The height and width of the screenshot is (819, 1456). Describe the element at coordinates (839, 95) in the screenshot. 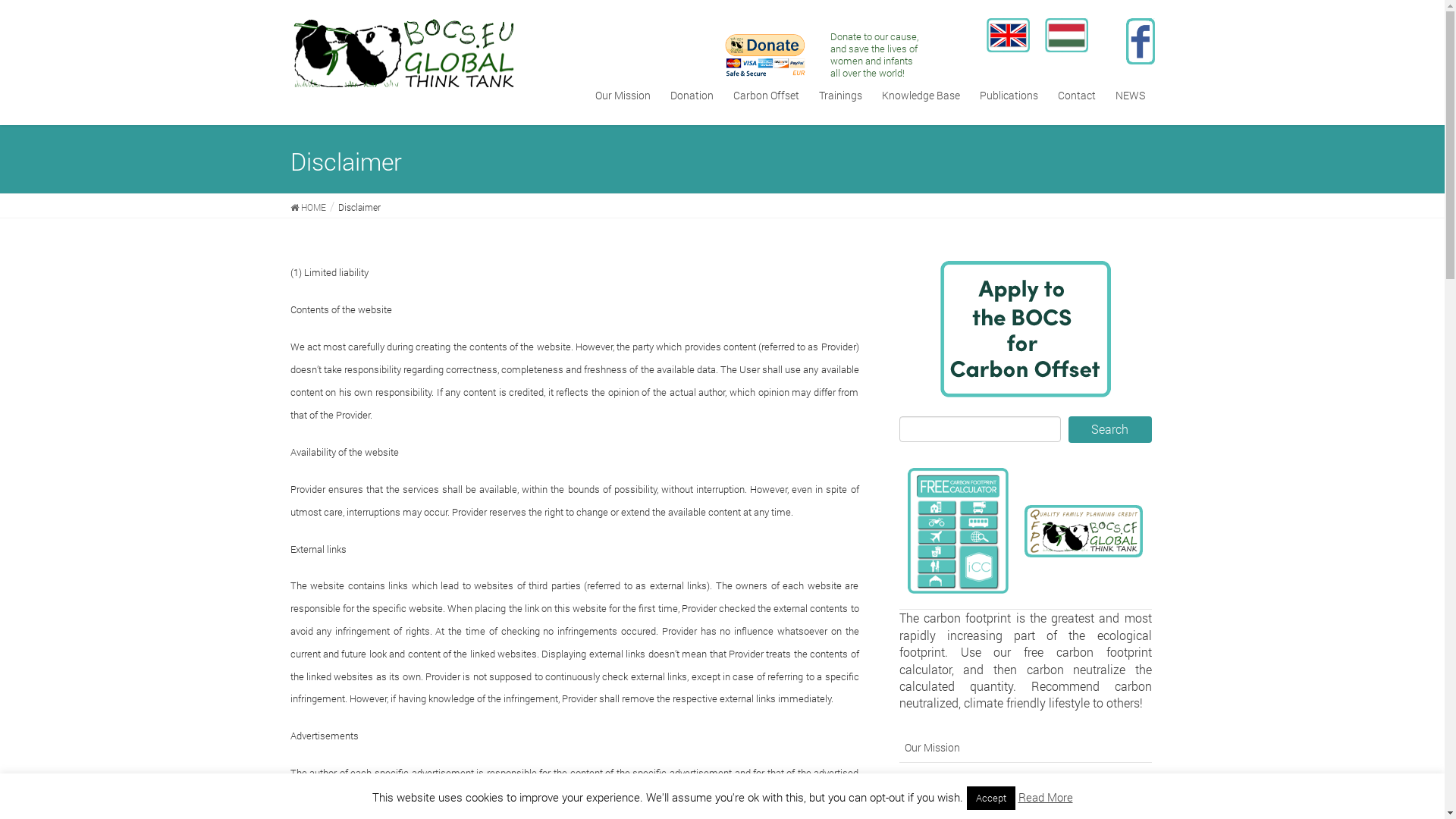

I see `'Trainings'` at that location.